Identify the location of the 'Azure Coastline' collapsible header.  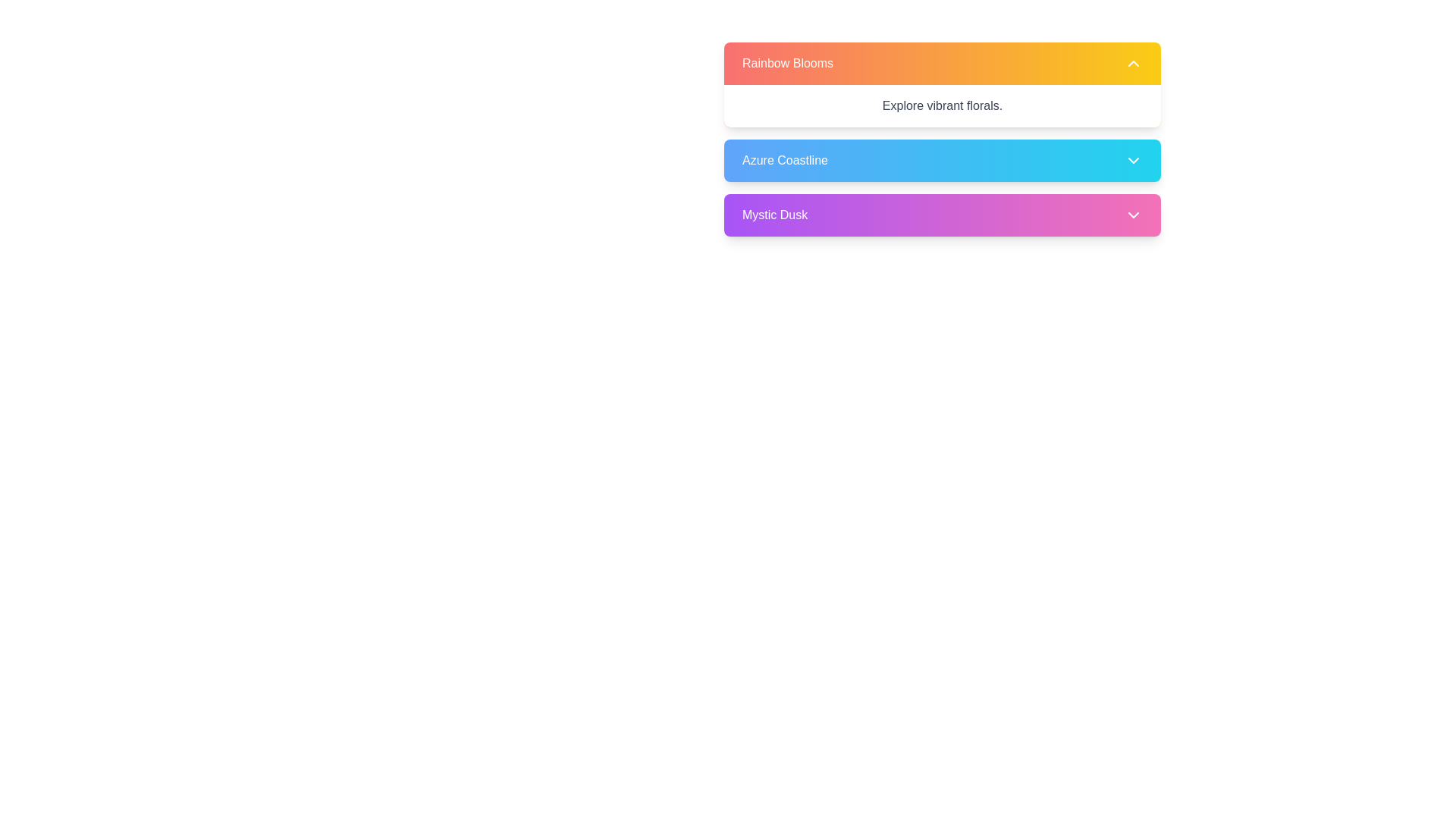
(942, 146).